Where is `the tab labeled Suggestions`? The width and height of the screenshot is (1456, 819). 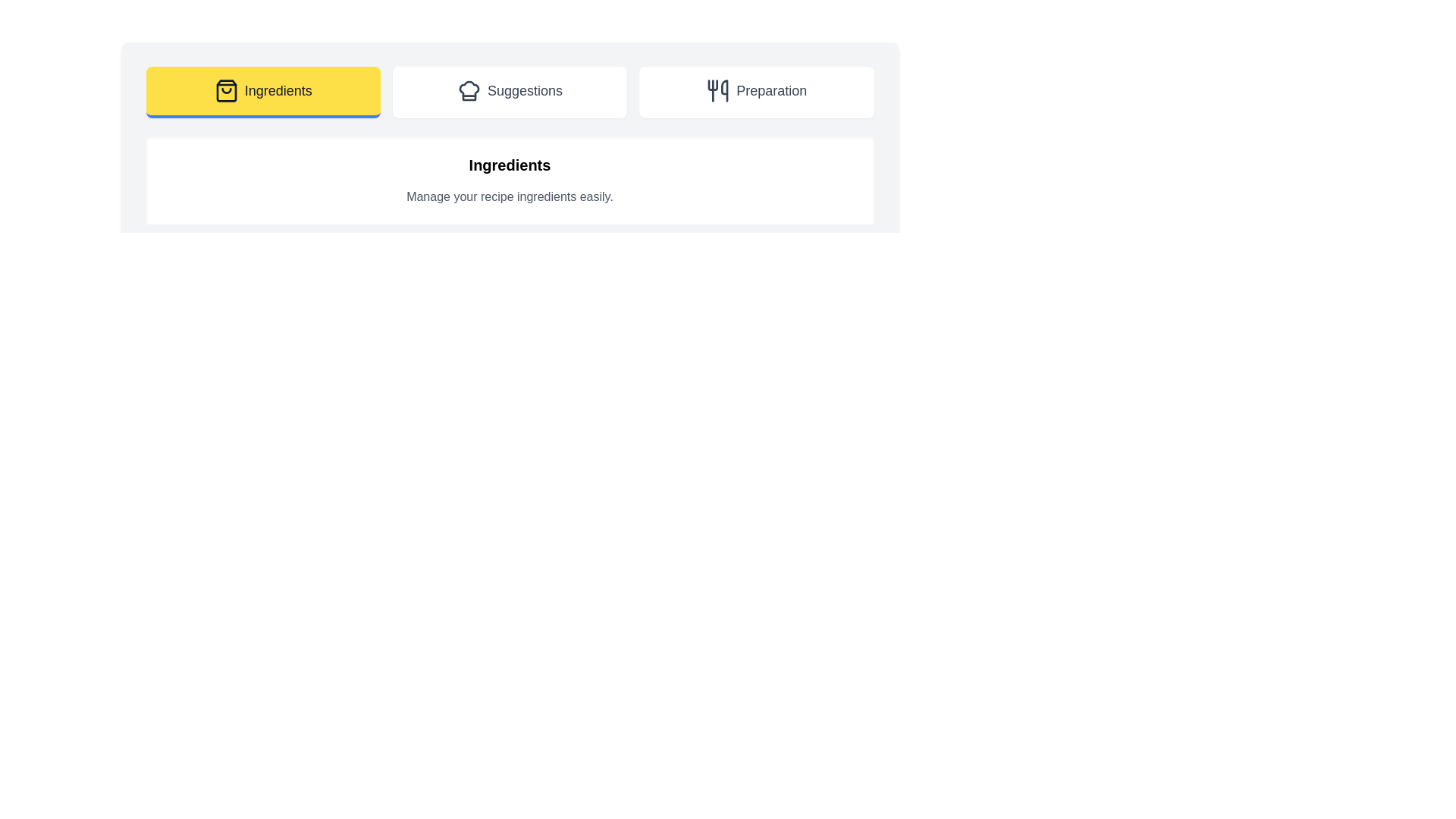 the tab labeled Suggestions is located at coordinates (510, 93).